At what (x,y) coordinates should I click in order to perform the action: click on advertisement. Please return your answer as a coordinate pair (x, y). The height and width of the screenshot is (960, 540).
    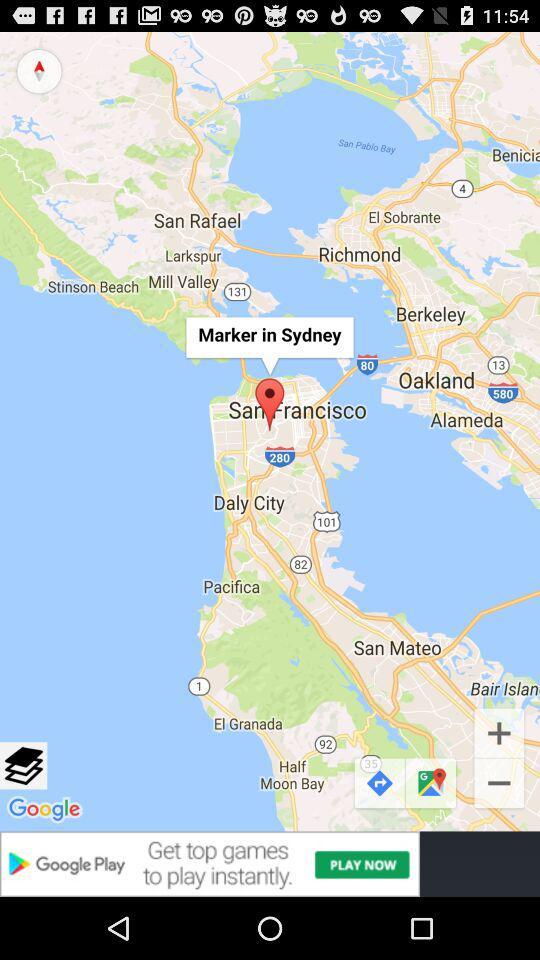
    Looking at the image, I should click on (270, 863).